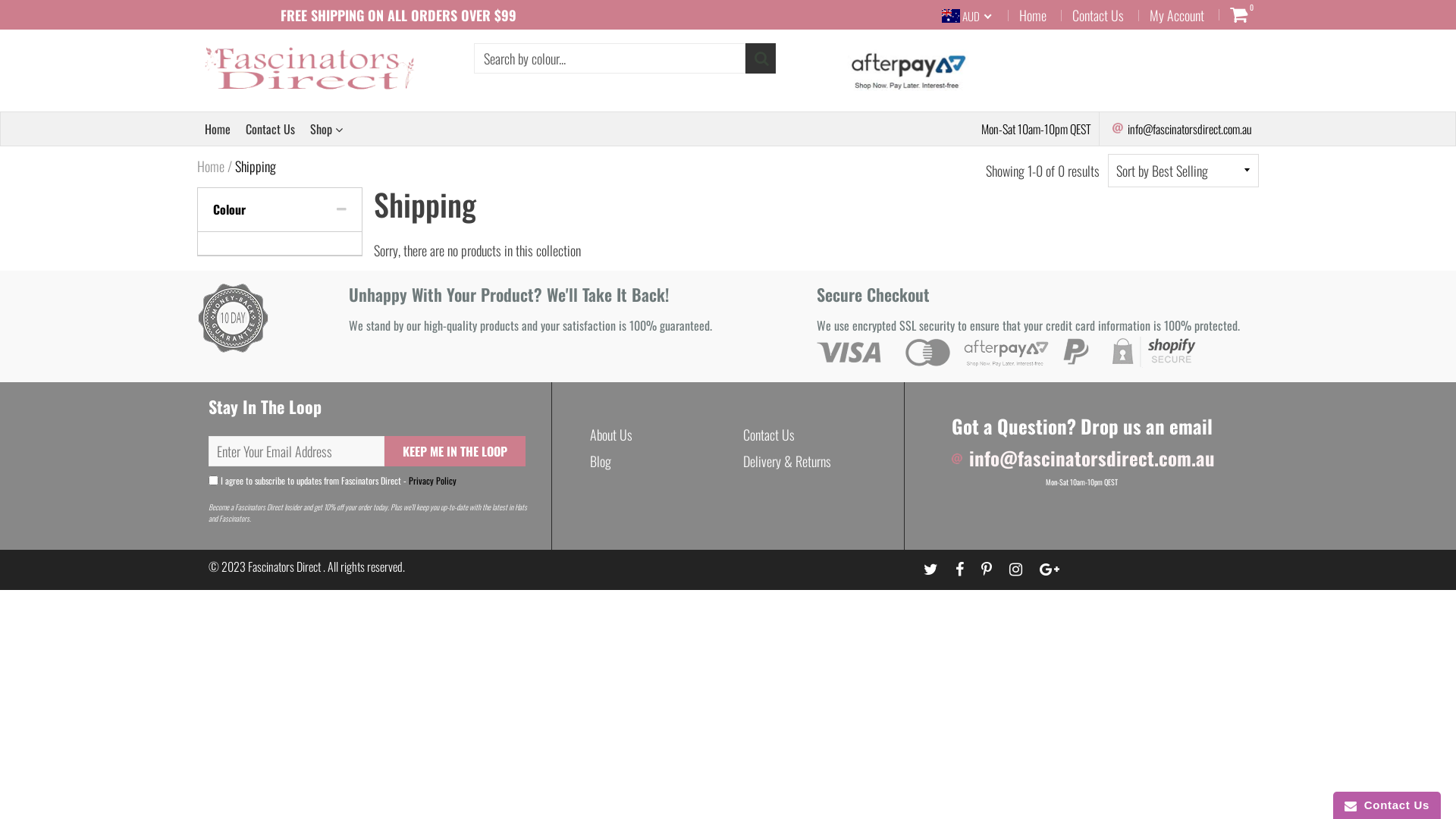 The width and height of the screenshot is (1456, 819). Describe the element at coordinates (600, 460) in the screenshot. I see `'Blog'` at that location.